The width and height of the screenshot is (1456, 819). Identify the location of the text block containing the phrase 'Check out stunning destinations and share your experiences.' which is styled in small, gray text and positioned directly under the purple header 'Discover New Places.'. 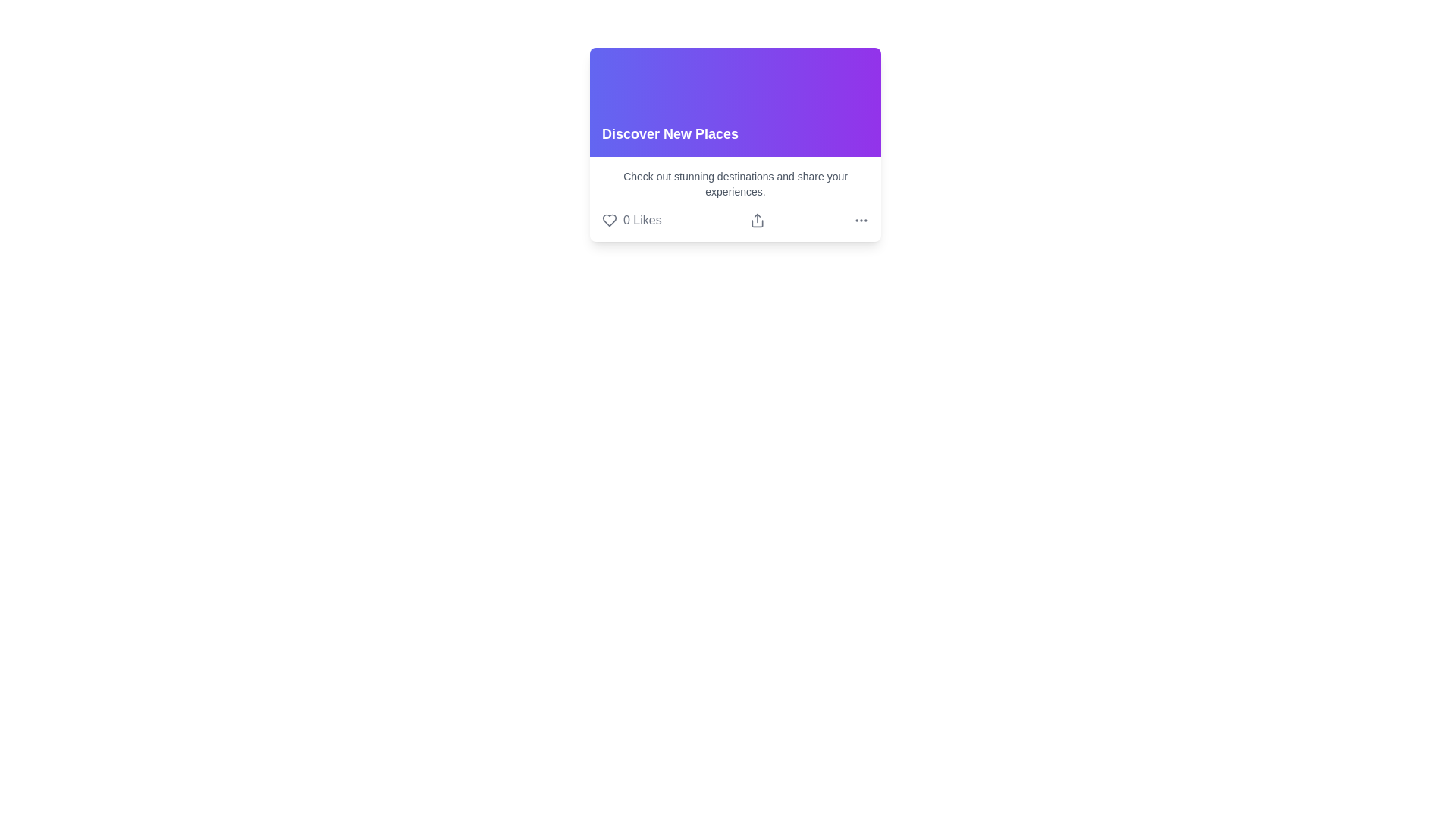
(735, 184).